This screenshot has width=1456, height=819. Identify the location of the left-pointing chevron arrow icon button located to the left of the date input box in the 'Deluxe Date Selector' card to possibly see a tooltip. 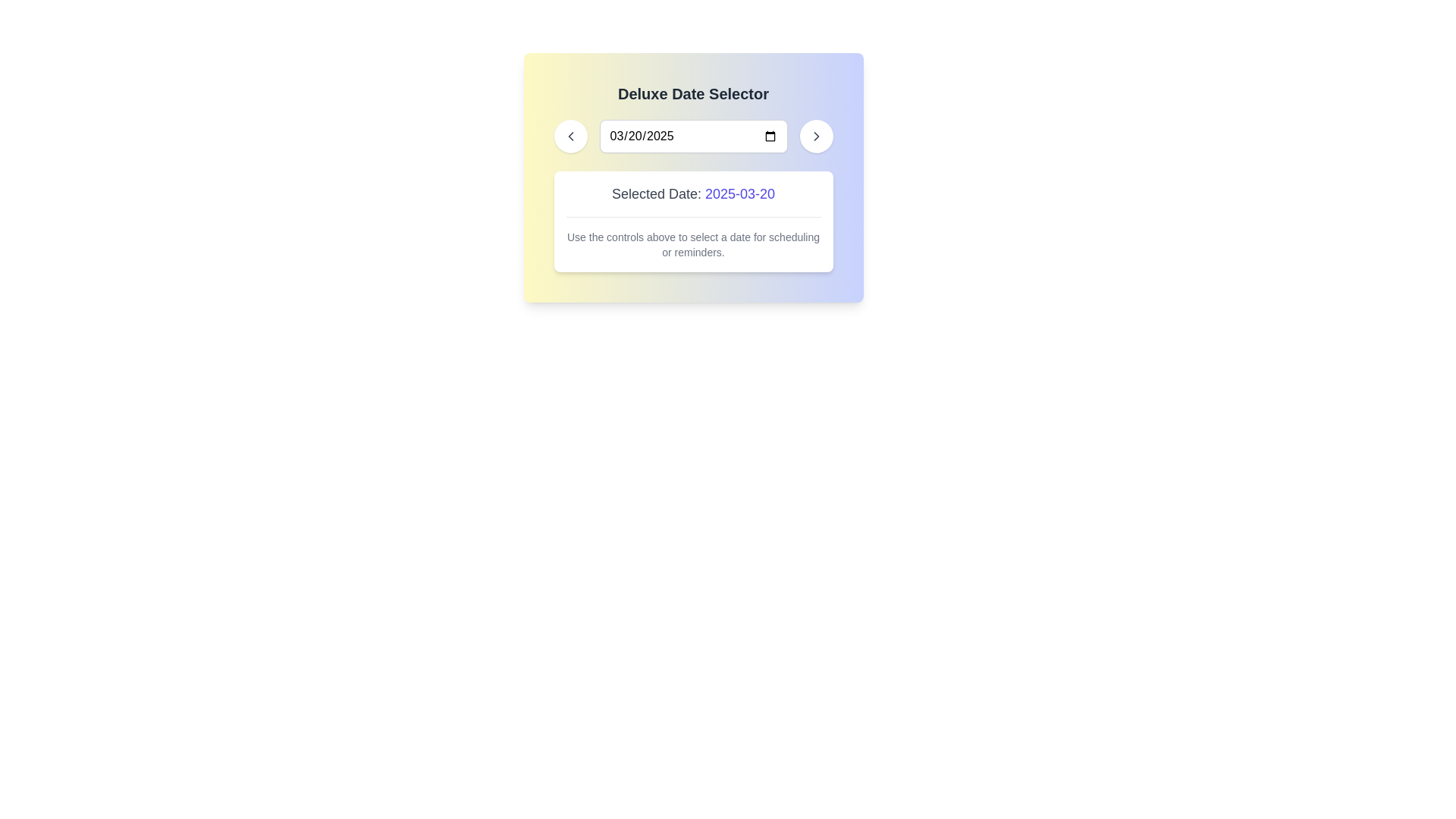
(570, 136).